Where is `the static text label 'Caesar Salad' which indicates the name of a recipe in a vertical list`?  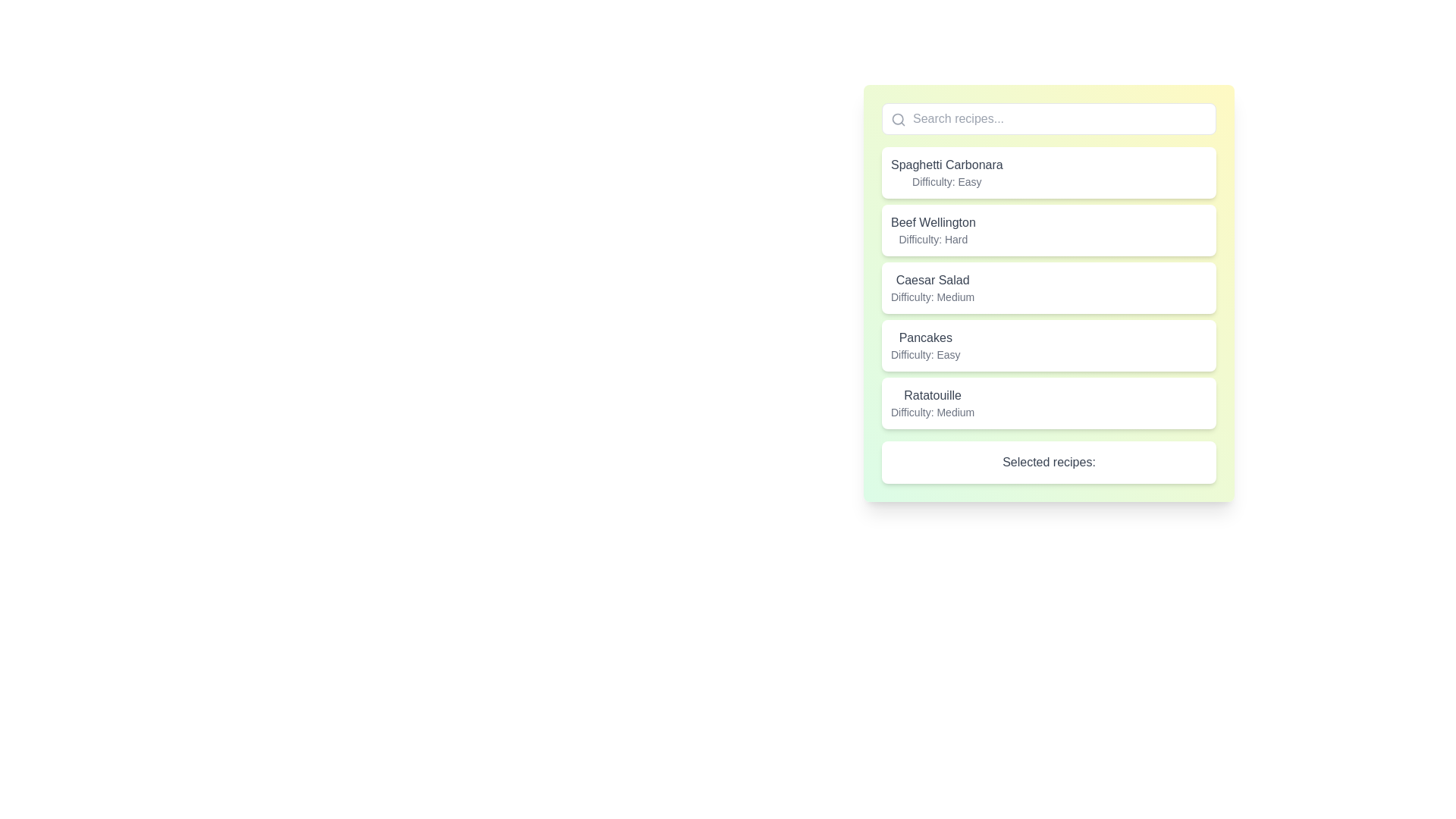 the static text label 'Caesar Salad' which indicates the name of a recipe in a vertical list is located at coordinates (932, 281).